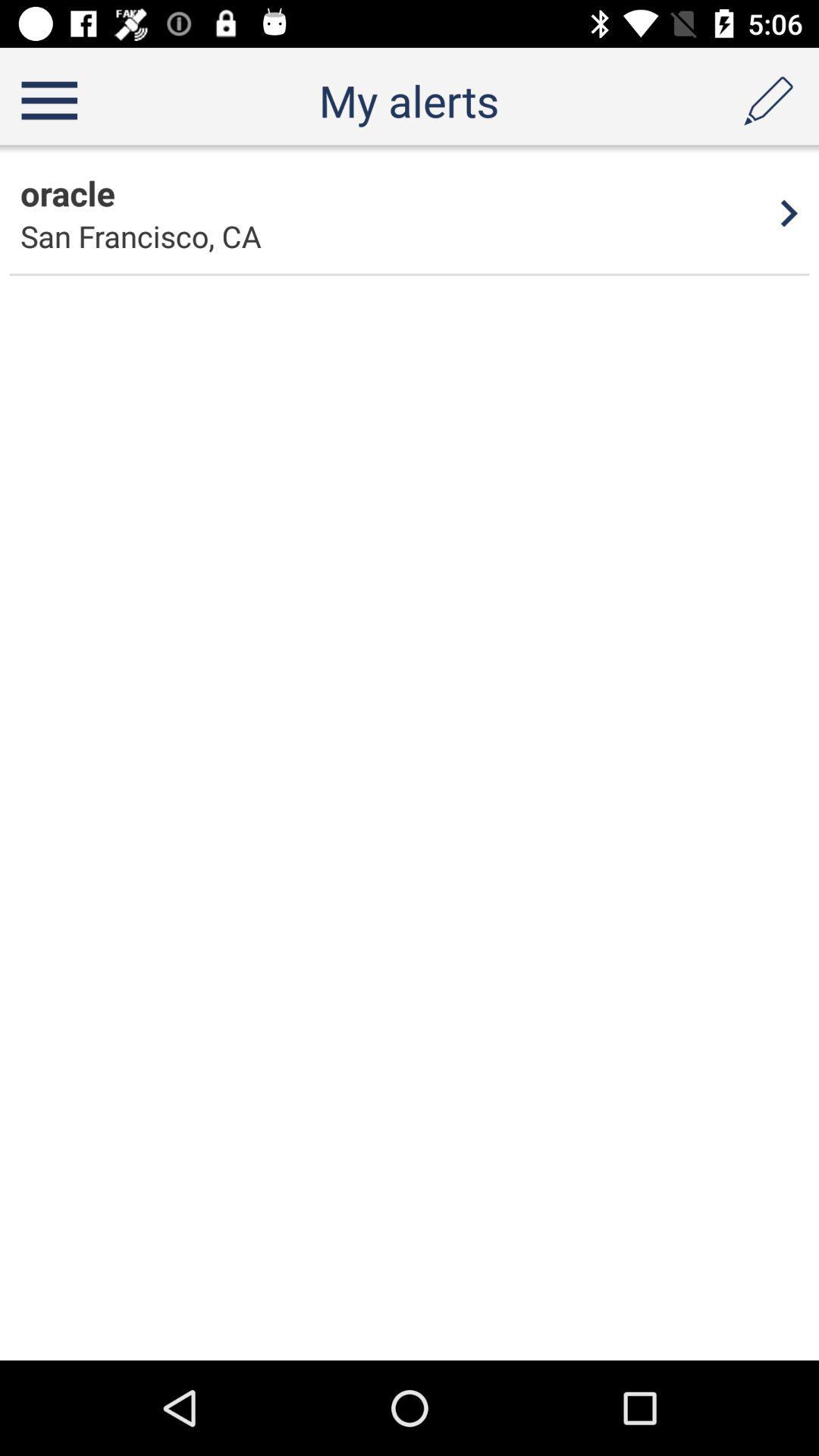  Describe the element at coordinates (67, 192) in the screenshot. I see `item to the left of the 4 icon` at that location.